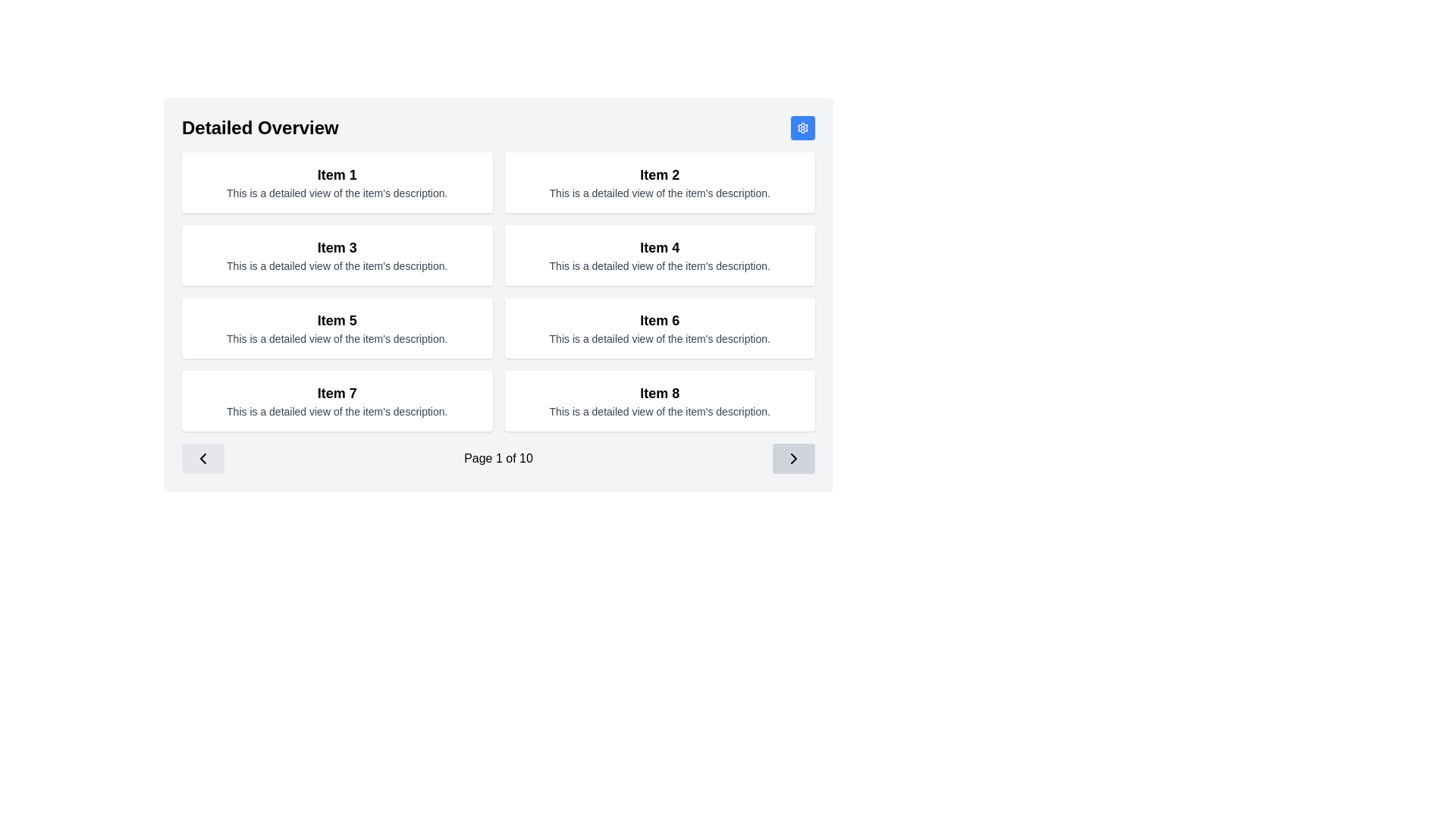 This screenshot has width=1456, height=819. What do you see at coordinates (792, 458) in the screenshot?
I see `the right-facing chevron button adjacent to the text 'Page 1 of 10'` at bounding box center [792, 458].